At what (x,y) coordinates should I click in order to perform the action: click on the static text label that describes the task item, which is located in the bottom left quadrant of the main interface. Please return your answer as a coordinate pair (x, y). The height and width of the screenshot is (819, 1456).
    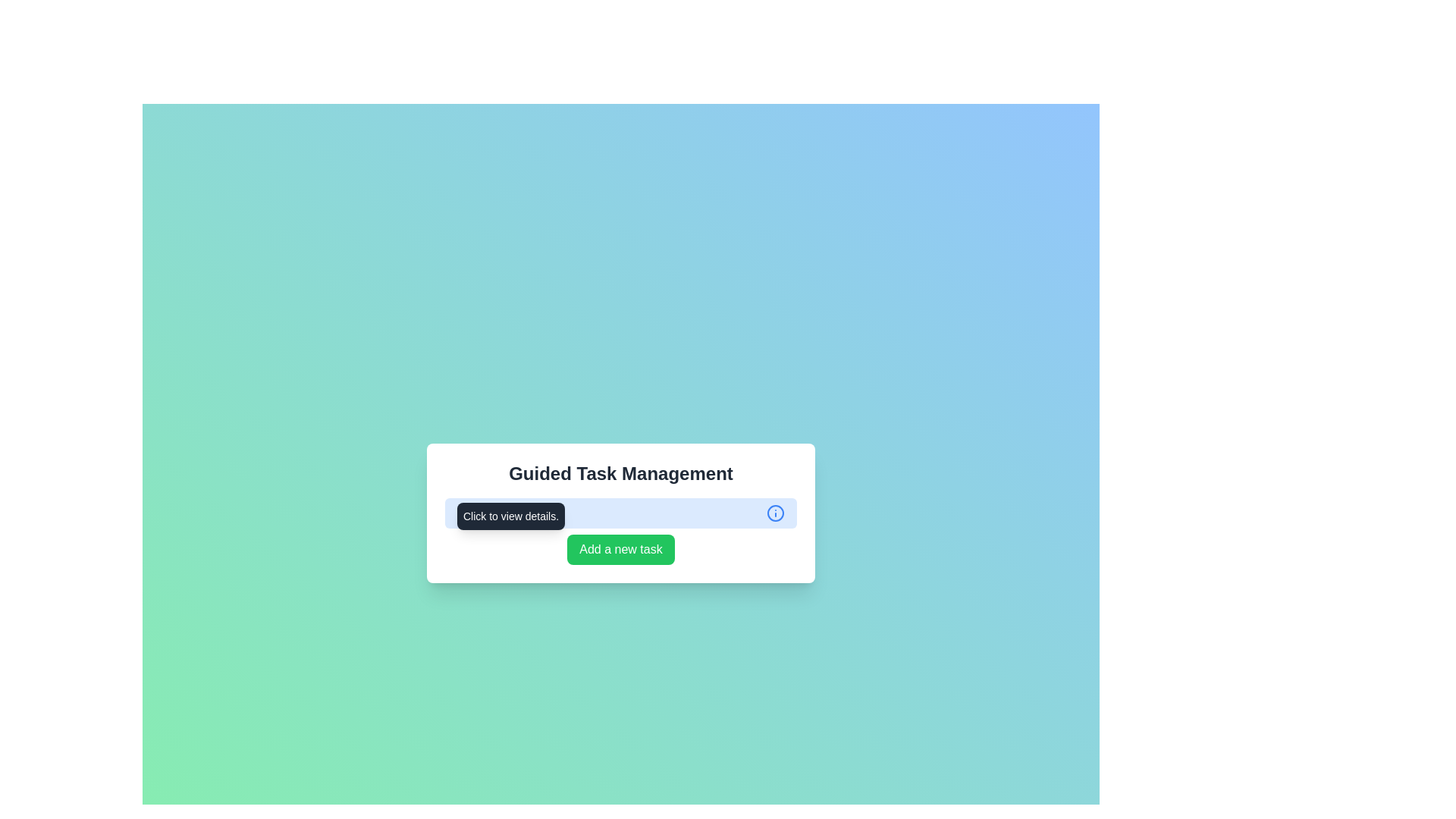
    Looking at the image, I should click on (474, 513).